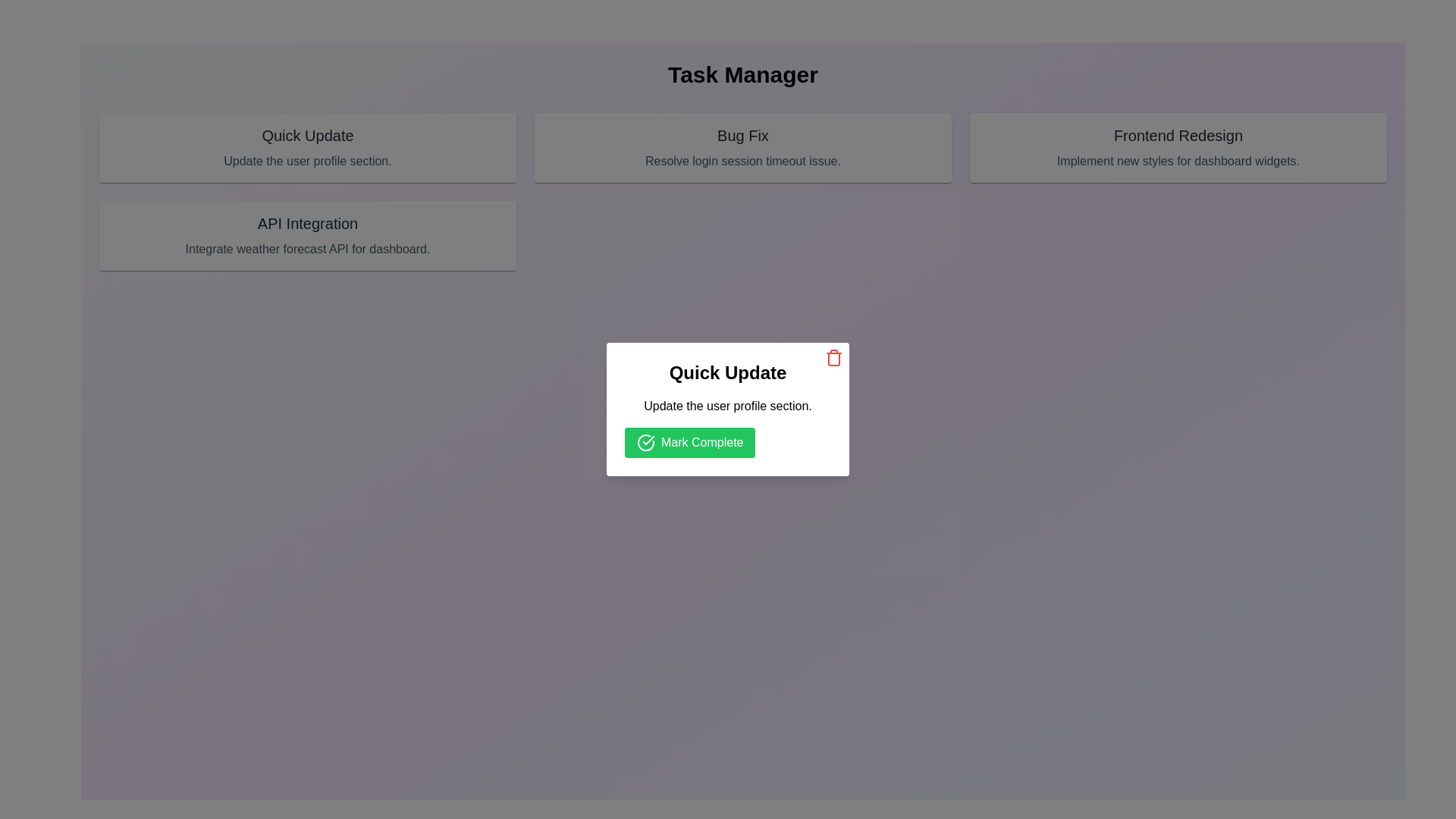 This screenshot has width=1456, height=819. I want to click on the confirmation button in the 'Quick Update' modal, so click(689, 442).